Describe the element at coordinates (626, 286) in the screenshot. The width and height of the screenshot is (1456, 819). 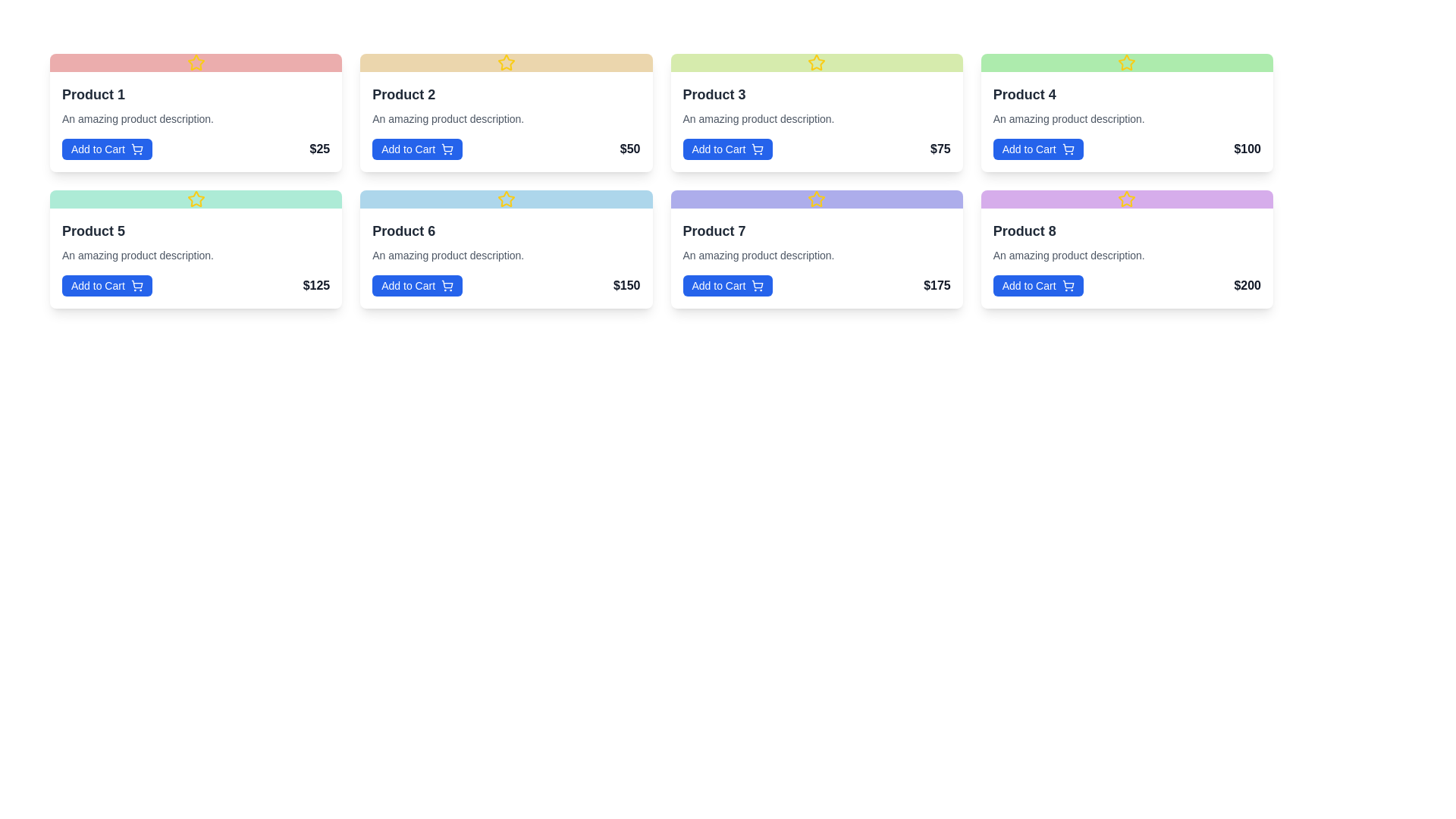
I see `the bold text element displaying '$150' located in the sixth product card of the second row, positioned near the bottom-right corner adjacent to the 'Add to Cart' button` at that location.